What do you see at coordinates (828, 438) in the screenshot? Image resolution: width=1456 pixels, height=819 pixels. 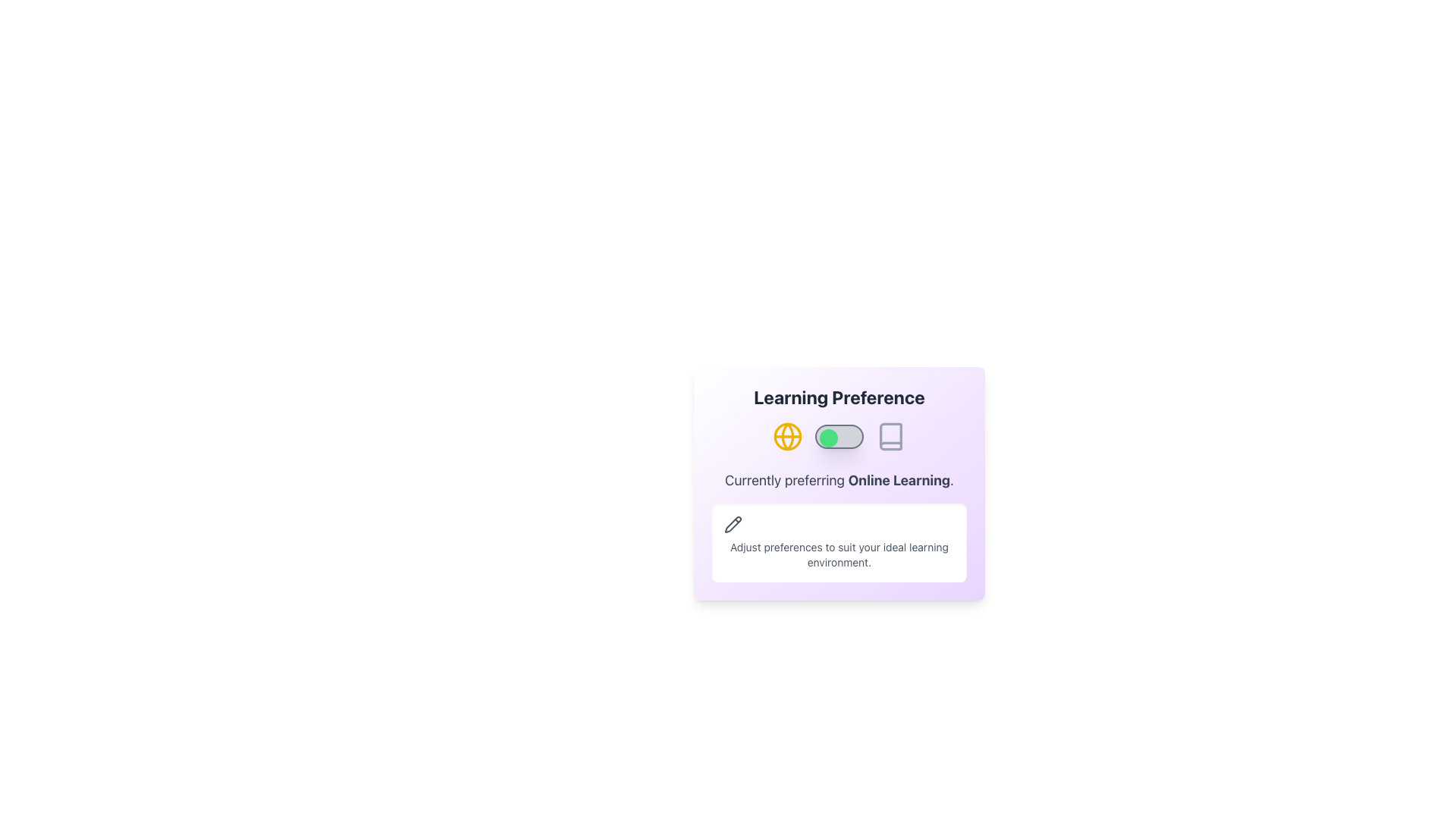 I see `the leftmost circular toggle switch handle with a bright green background` at bounding box center [828, 438].